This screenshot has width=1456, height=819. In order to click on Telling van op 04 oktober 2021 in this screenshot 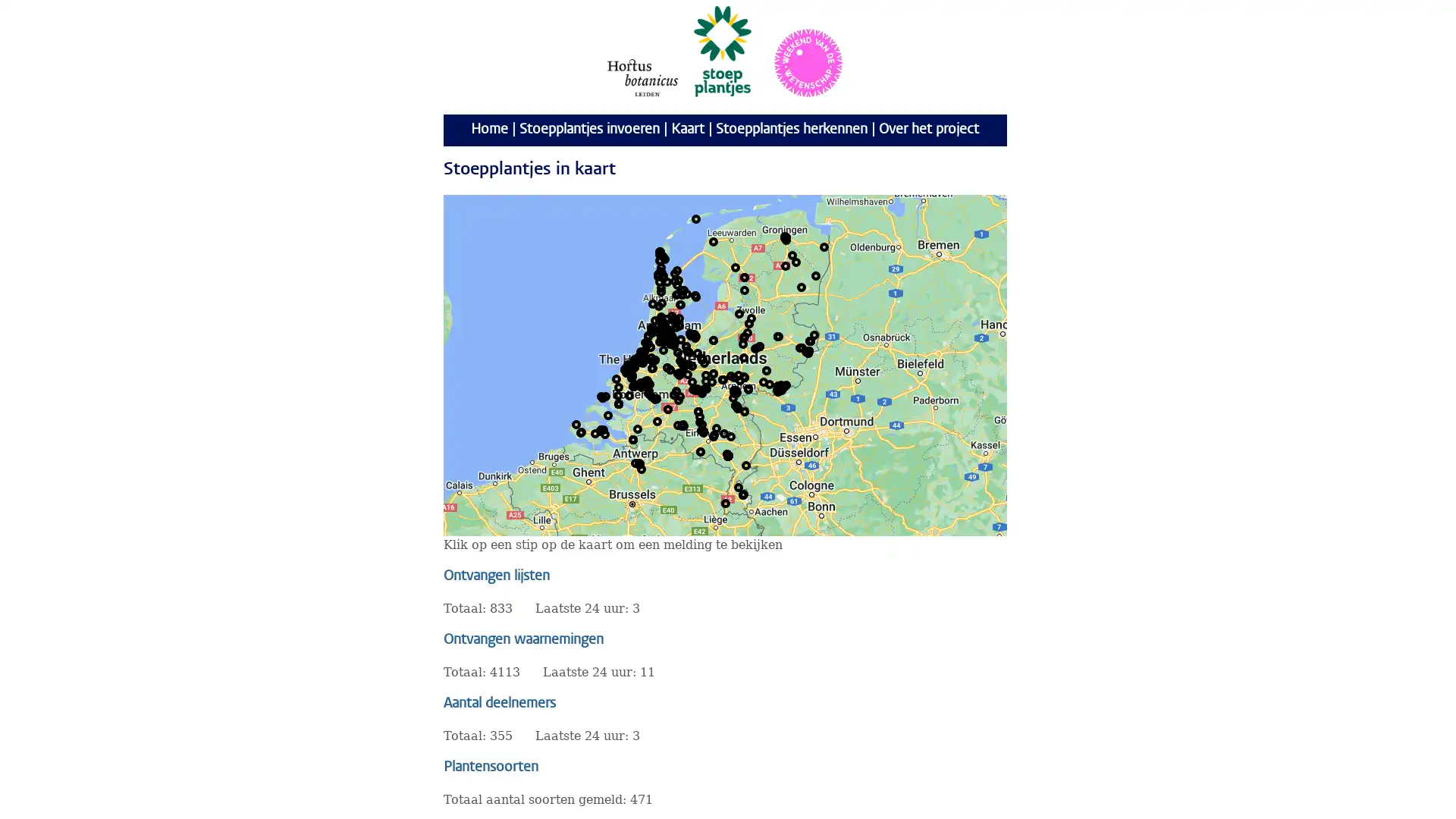, I will do `click(693, 335)`.